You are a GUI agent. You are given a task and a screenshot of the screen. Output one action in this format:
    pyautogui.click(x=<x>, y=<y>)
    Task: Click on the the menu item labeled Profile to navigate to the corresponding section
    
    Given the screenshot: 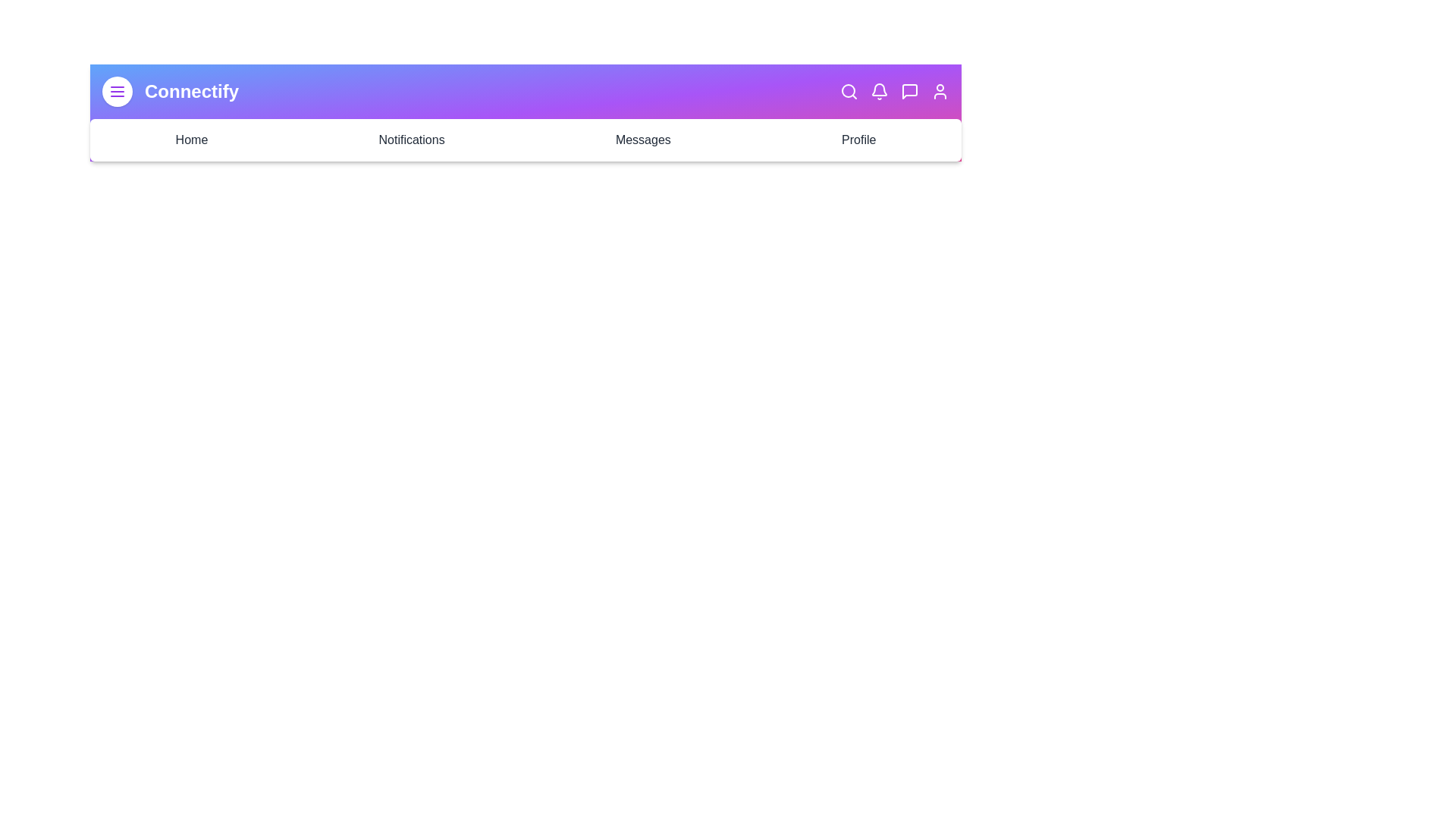 What is the action you would take?
    pyautogui.click(x=858, y=140)
    